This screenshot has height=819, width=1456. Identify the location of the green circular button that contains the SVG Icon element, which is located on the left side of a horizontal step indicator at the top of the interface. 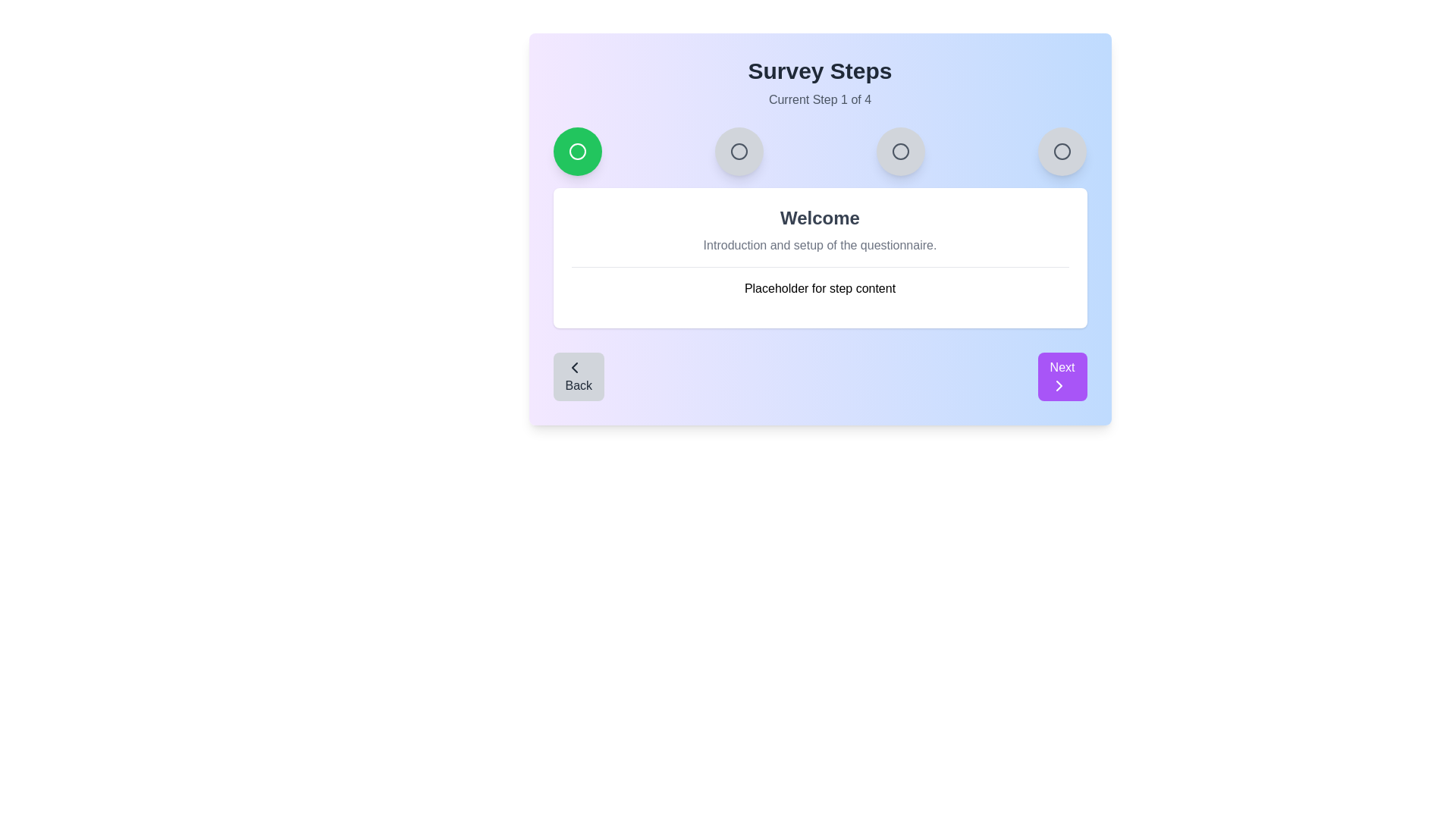
(576, 152).